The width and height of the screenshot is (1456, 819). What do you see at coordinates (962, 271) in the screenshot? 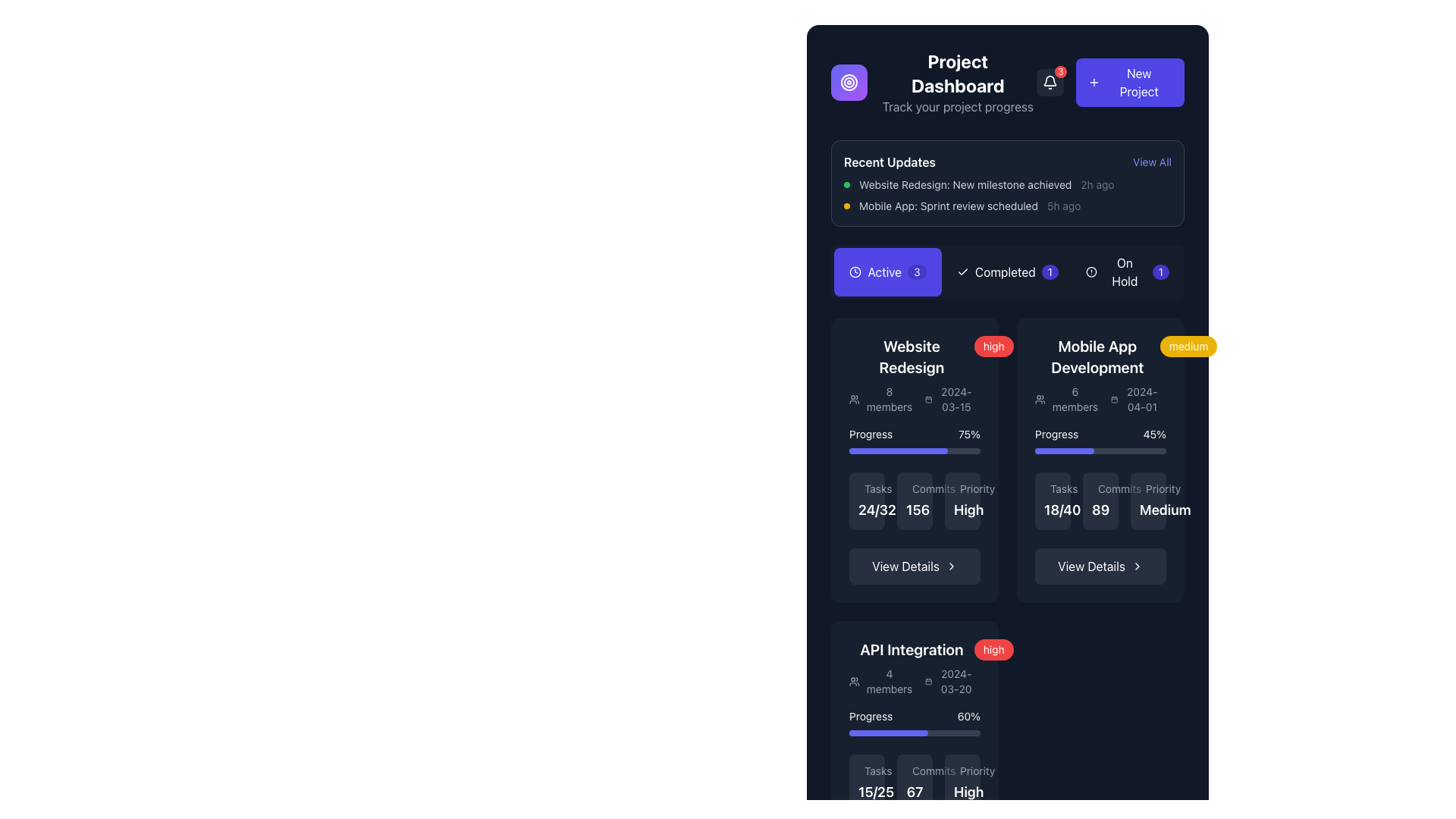
I see `the activated 'Completed' tab icon, which indicates completed tasks or projects, located in the second position from the left in the button group above the project cards` at bounding box center [962, 271].